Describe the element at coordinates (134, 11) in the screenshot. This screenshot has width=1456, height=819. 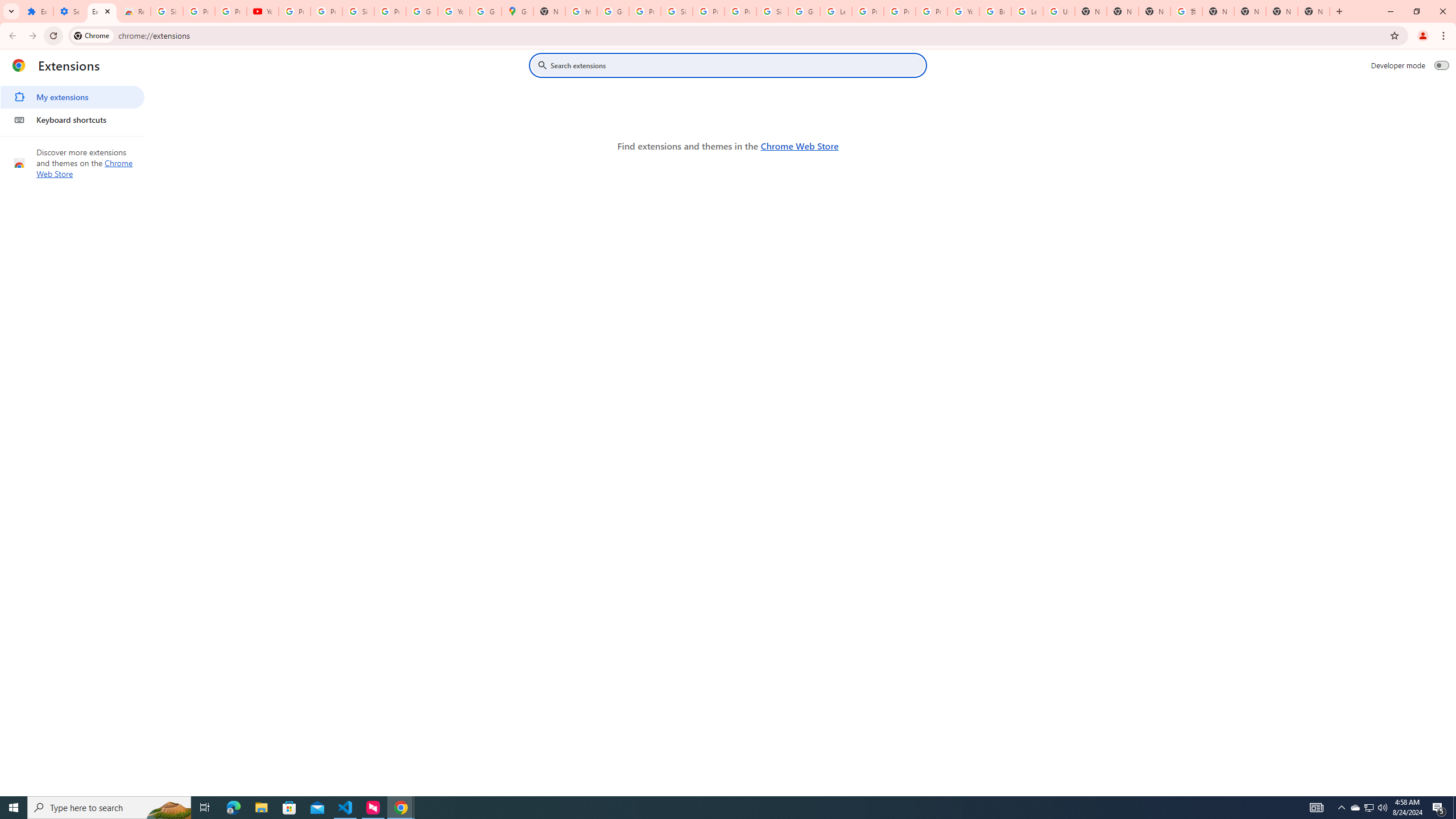
I see `'Reviews: Helix Fruit Jump Arcade Game'` at that location.